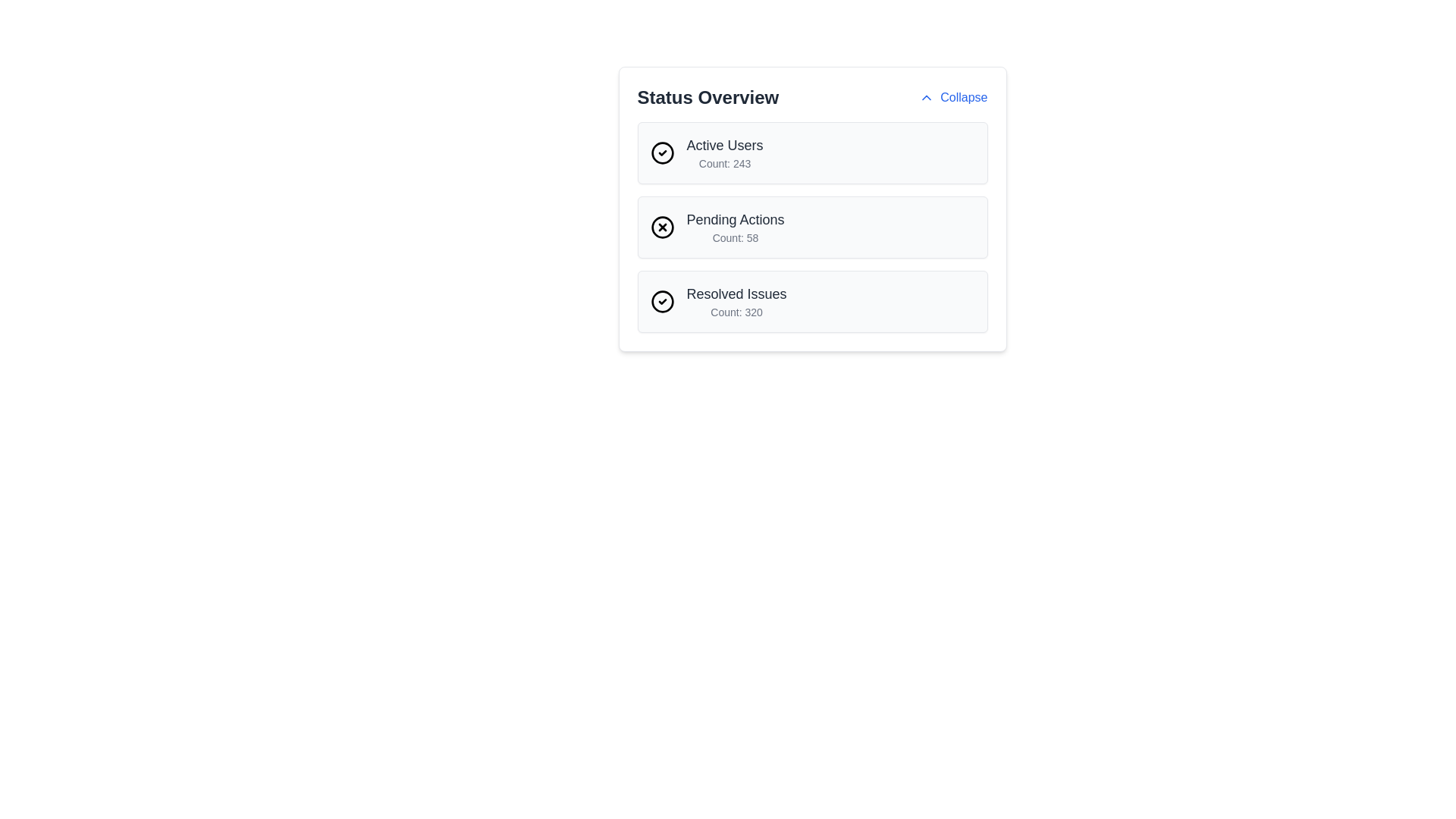 This screenshot has width=1456, height=819. Describe the element at coordinates (723, 146) in the screenshot. I see `text from the Text Label located at the upper part of the 'Status Overview' widget, which indicates the type of information displayed below it in a summary format` at that location.